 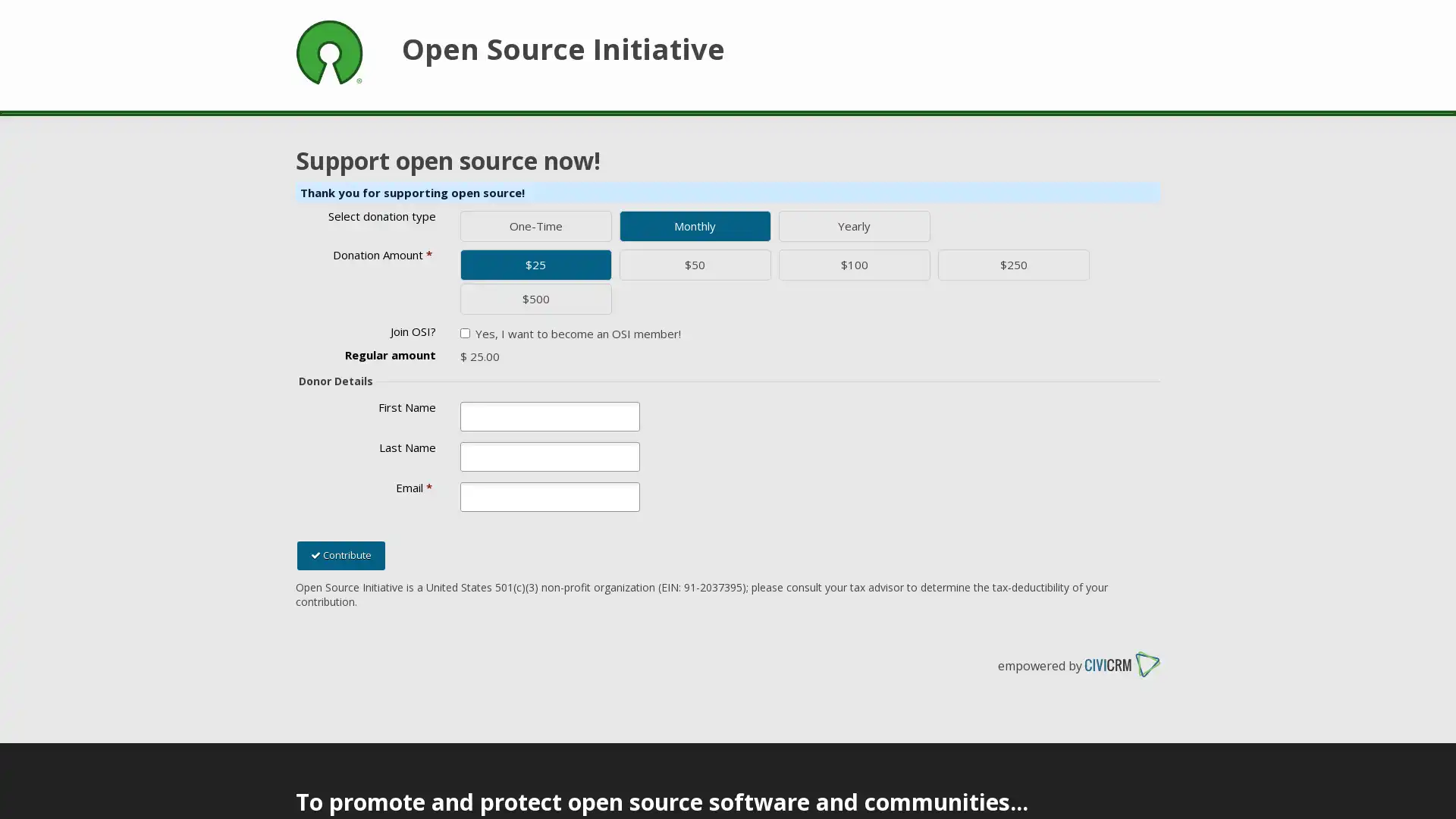 I want to click on Contribute, so click(x=340, y=555).